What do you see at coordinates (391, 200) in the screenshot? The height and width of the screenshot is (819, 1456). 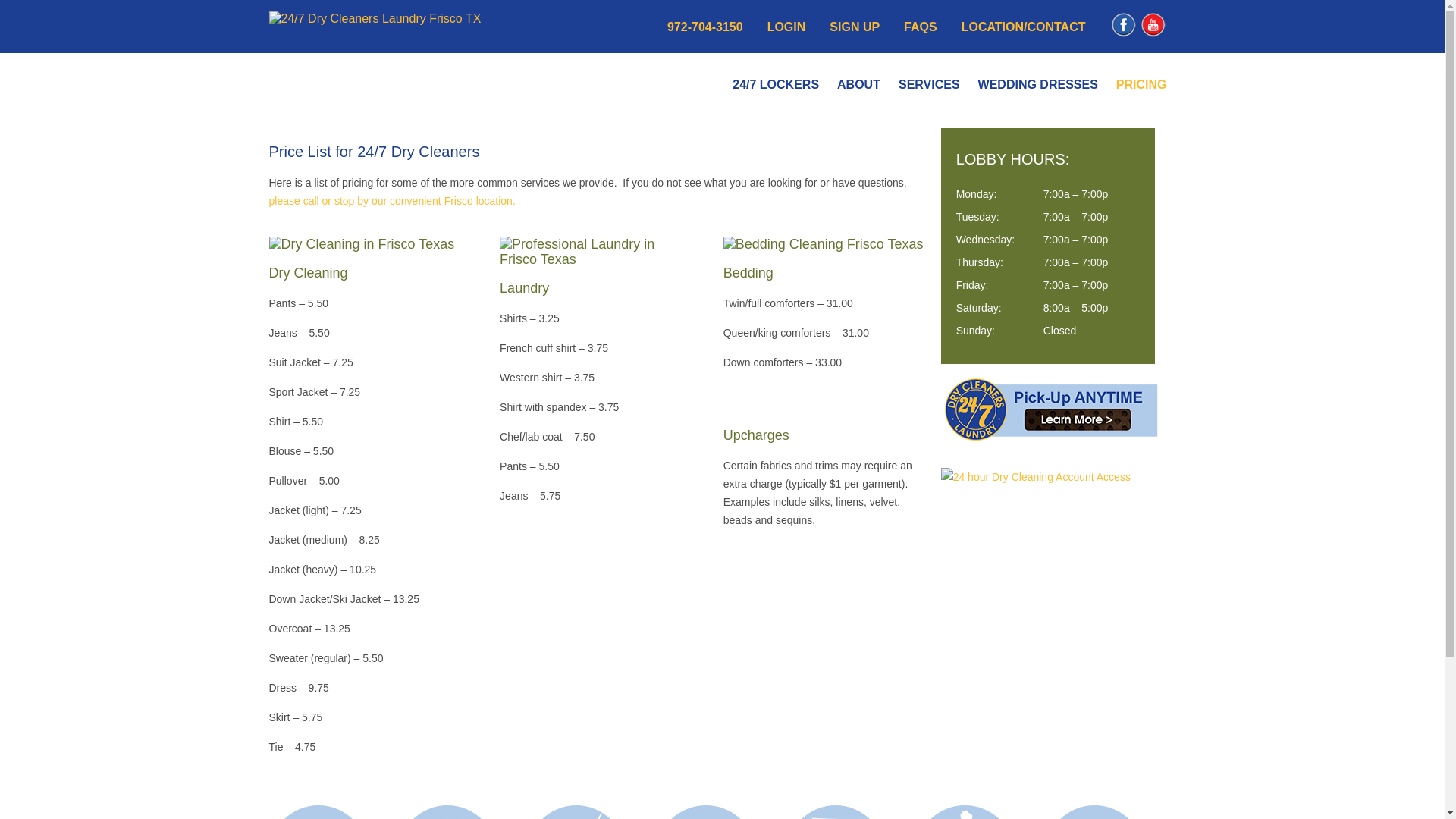 I see `'please call or stop by our convenient Frisco location.'` at bounding box center [391, 200].